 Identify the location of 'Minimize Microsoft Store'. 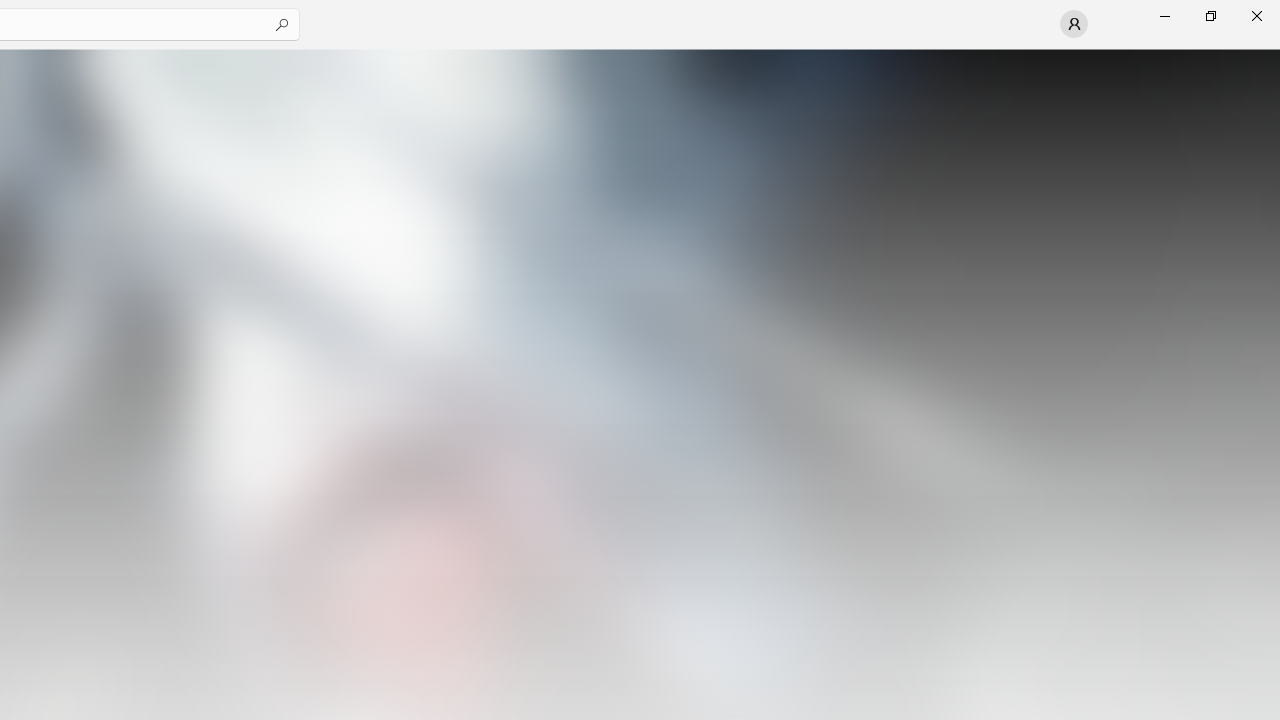
(1164, 15).